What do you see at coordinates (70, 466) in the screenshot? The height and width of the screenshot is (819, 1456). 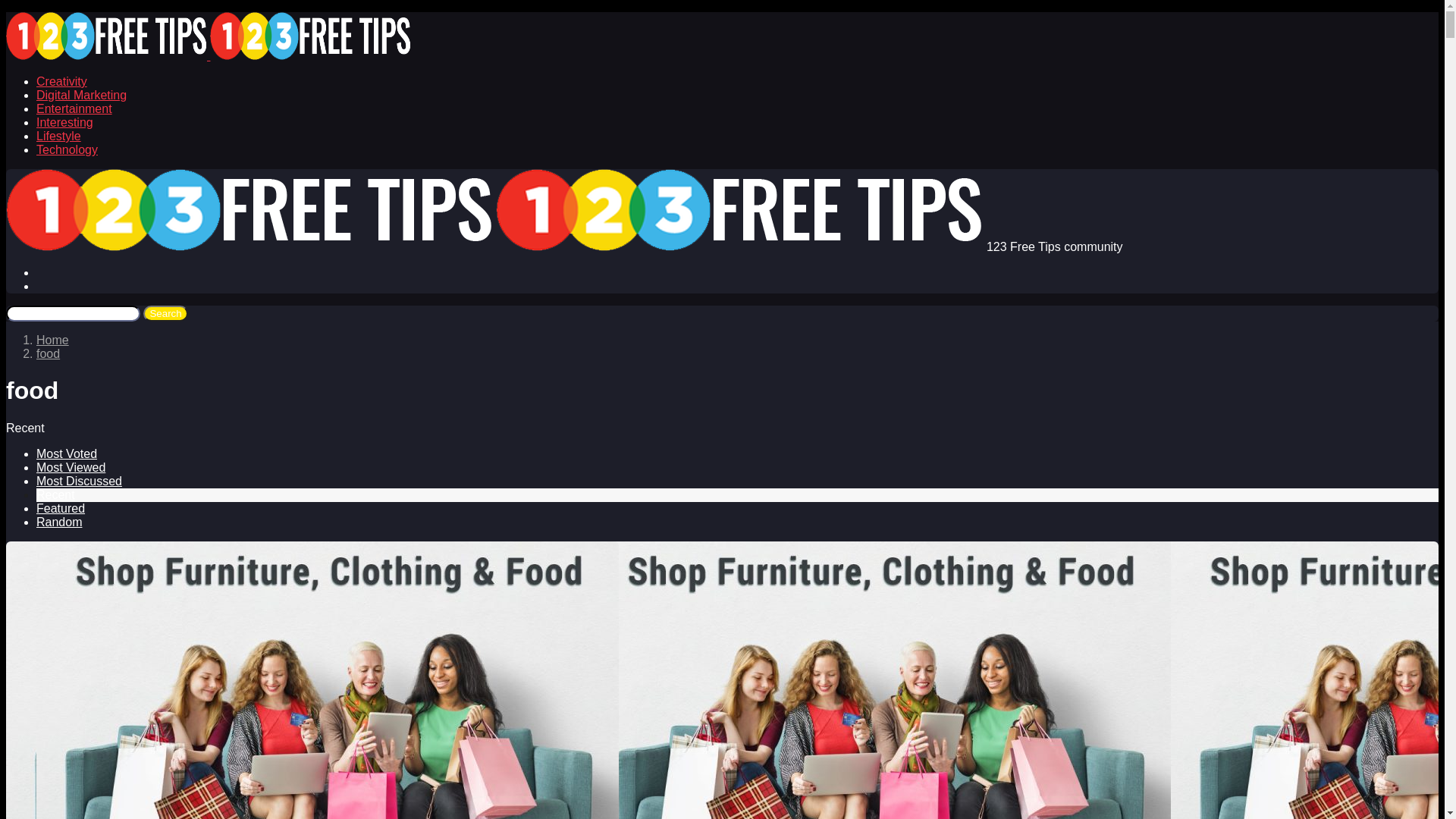 I see `'Most Viewed'` at bounding box center [70, 466].